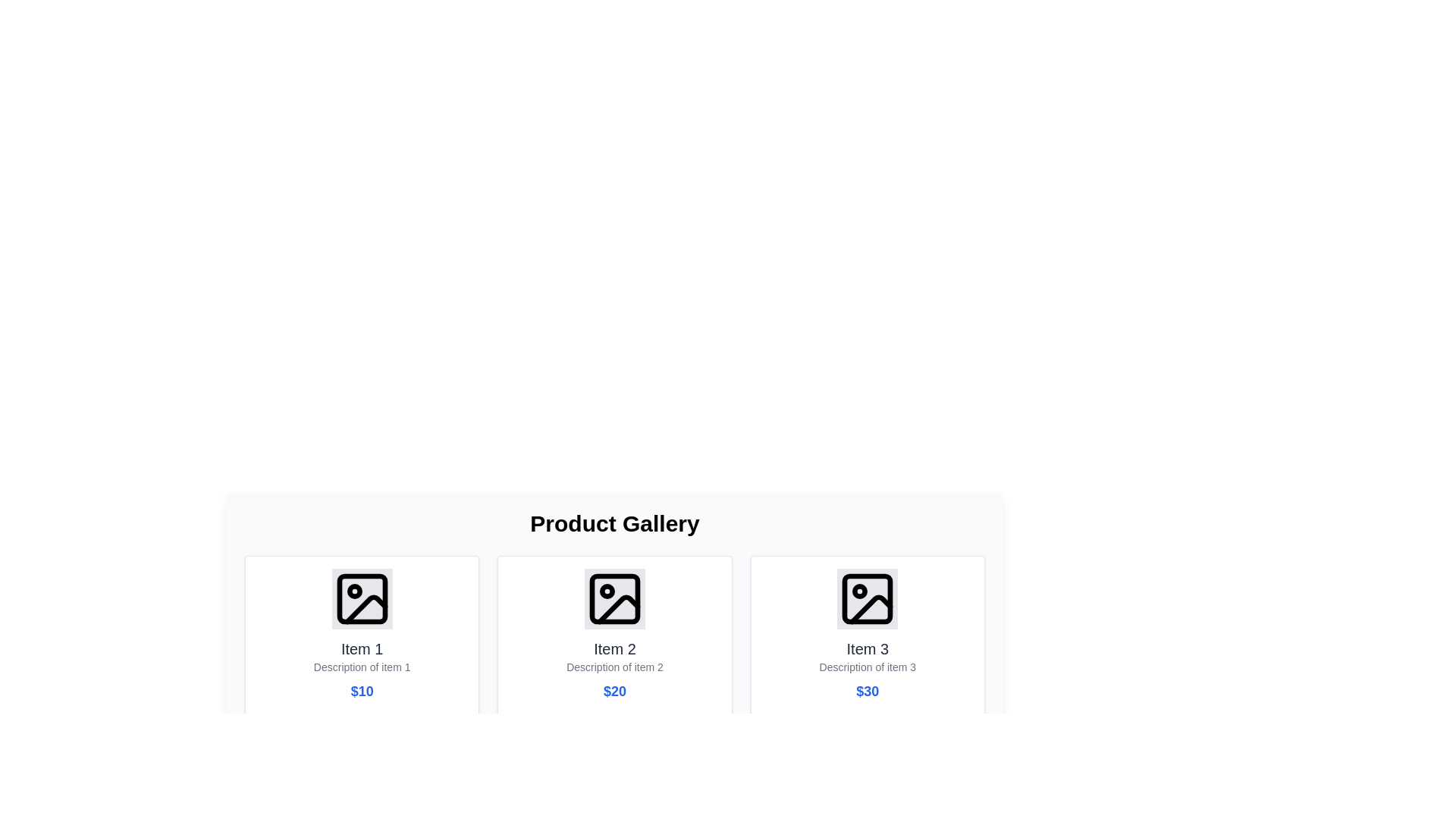 Image resolution: width=1456 pixels, height=819 pixels. Describe the element at coordinates (868, 598) in the screenshot. I see `icon representing 'Item 3' in the gallery by clicking on it` at that location.